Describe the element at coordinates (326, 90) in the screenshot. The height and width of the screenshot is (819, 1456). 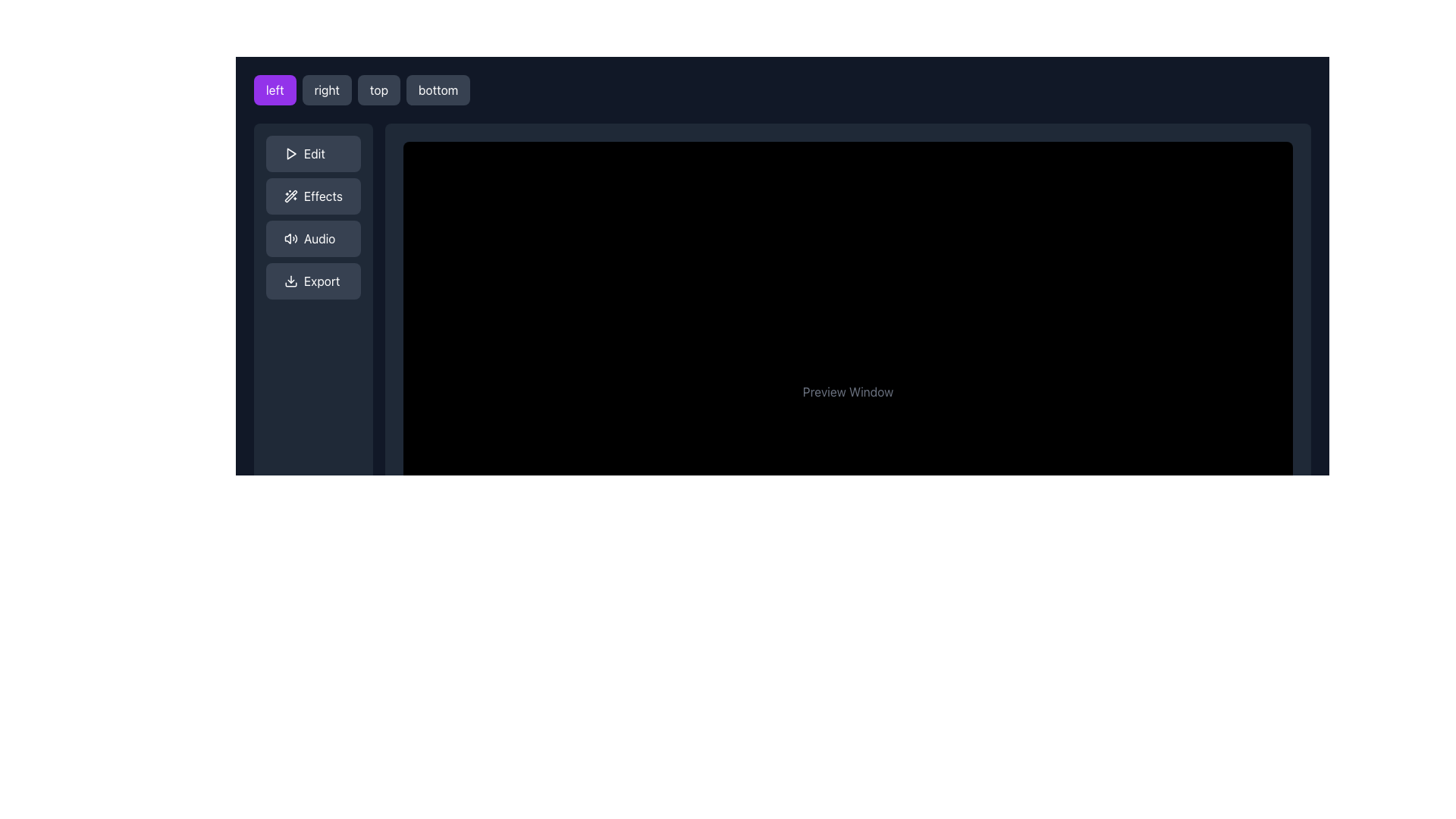
I see `the button labeled 'right'` at that location.